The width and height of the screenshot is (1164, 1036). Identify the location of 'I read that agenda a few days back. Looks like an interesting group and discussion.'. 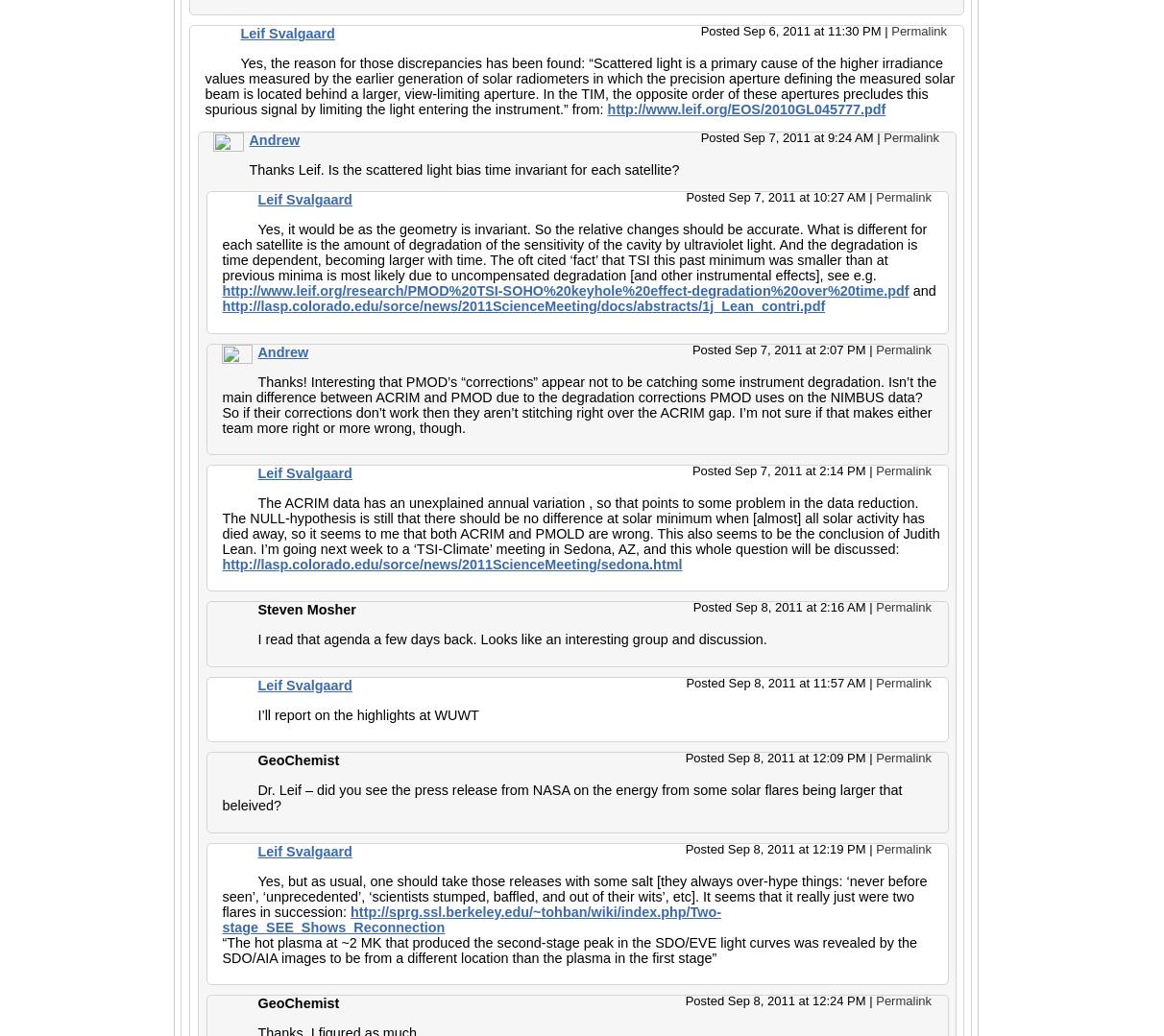
(512, 638).